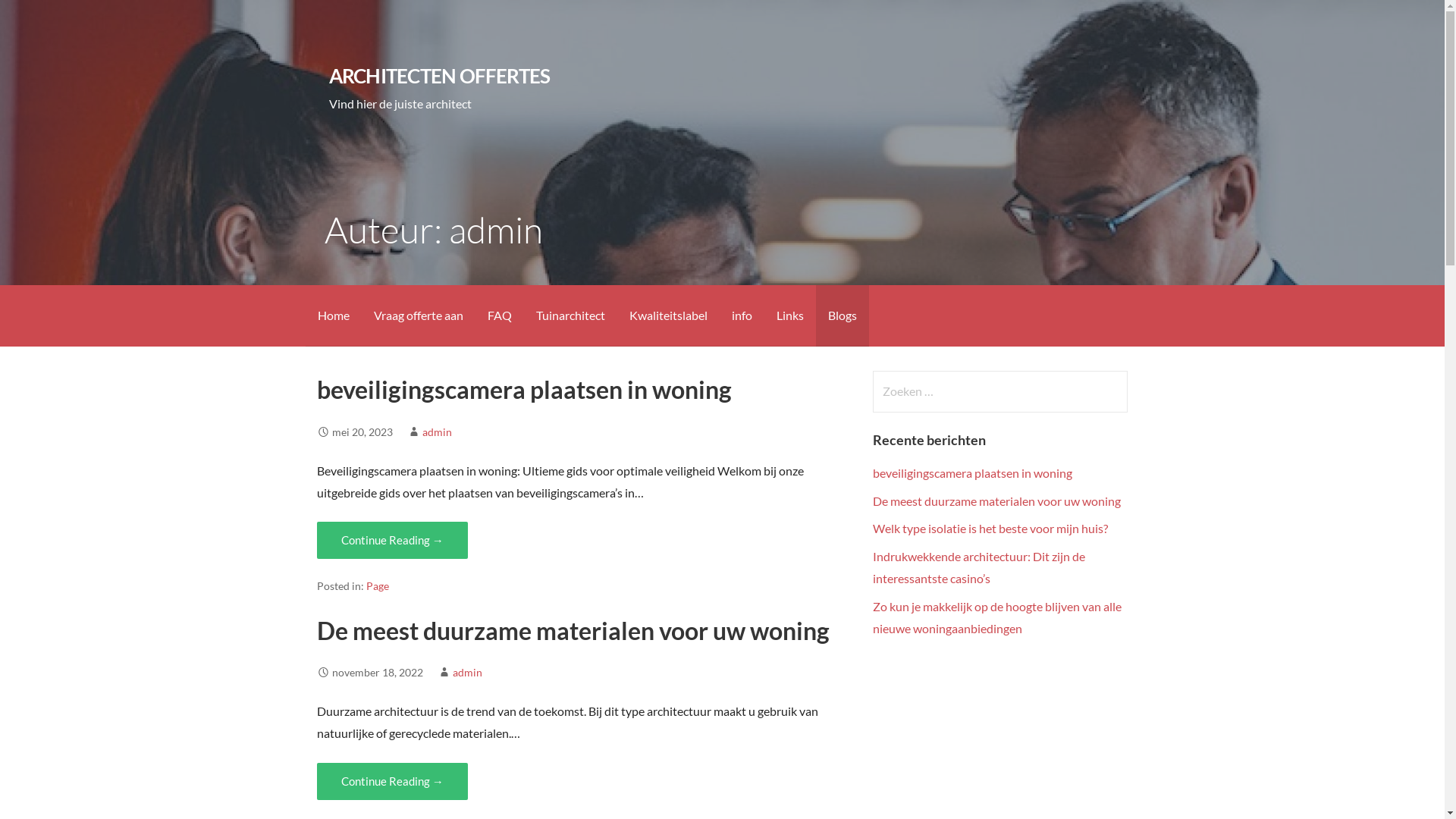 The height and width of the screenshot is (819, 1456). I want to click on 'Welk type isolatie is het beste voor mijn huis?', so click(990, 527).